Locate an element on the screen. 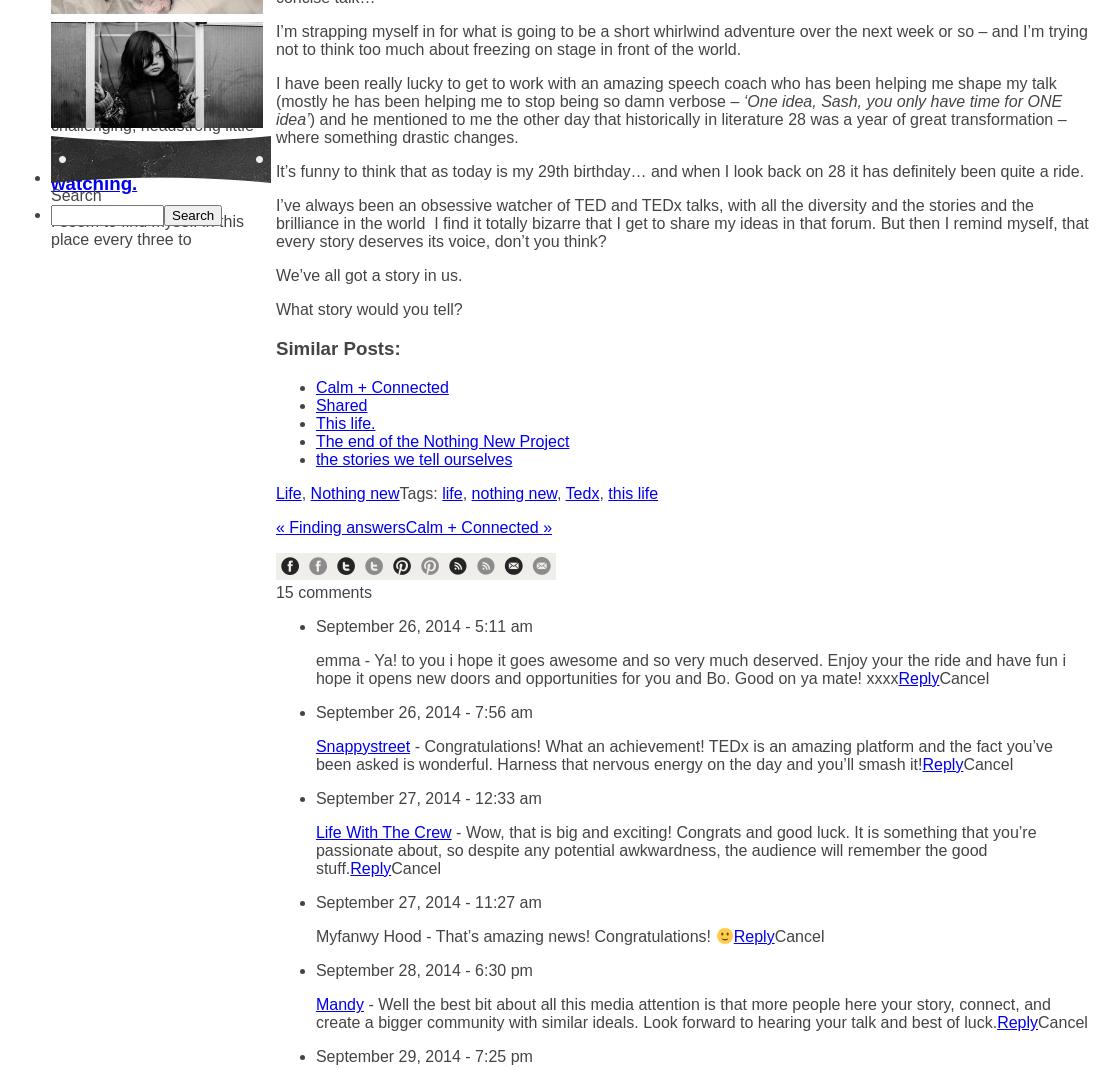  'Shared' is located at coordinates (314, 403).